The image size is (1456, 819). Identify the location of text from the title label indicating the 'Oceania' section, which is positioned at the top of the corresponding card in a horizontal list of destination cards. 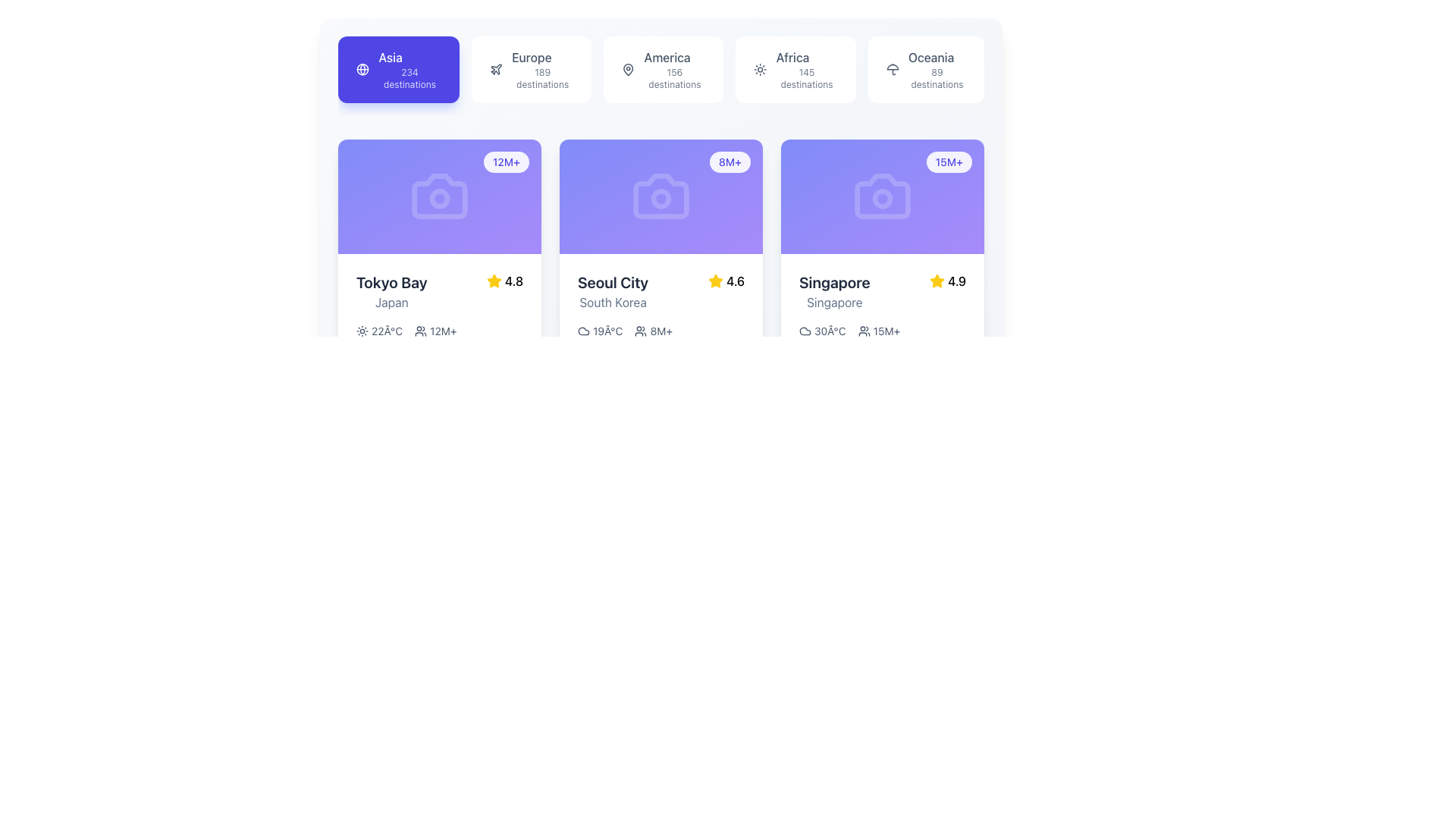
(930, 57).